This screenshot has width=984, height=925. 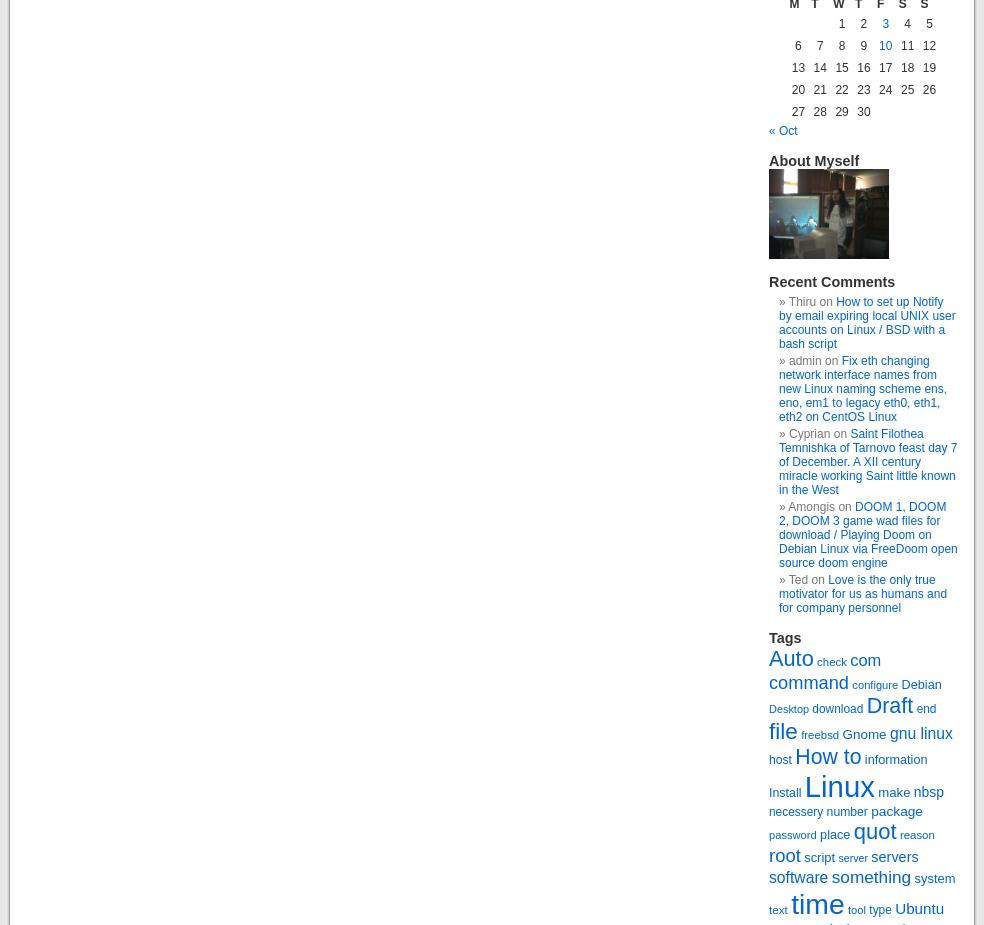 I want to click on '5', so click(x=928, y=22).